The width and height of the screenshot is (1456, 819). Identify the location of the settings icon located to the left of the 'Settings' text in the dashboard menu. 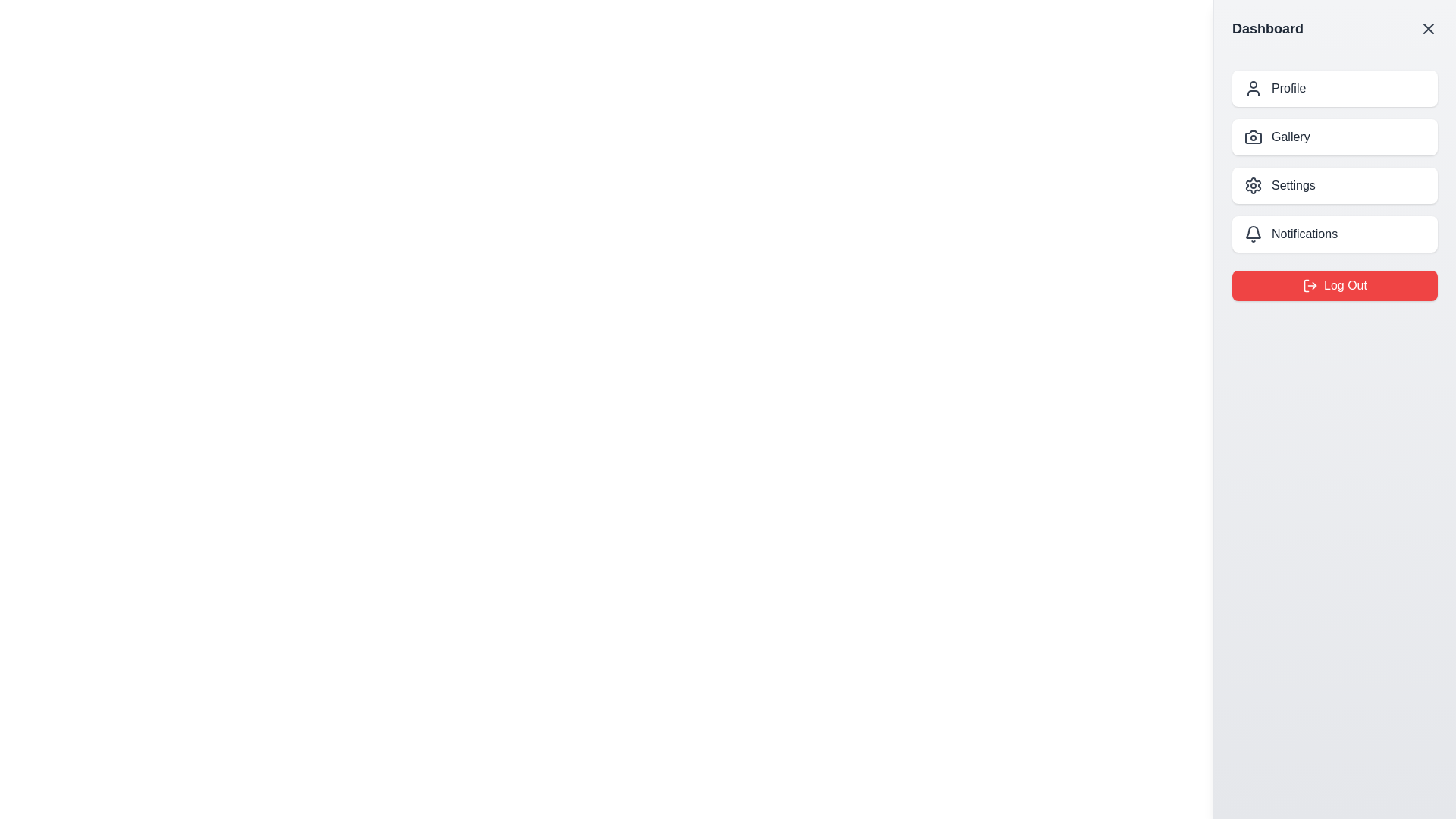
(1253, 185).